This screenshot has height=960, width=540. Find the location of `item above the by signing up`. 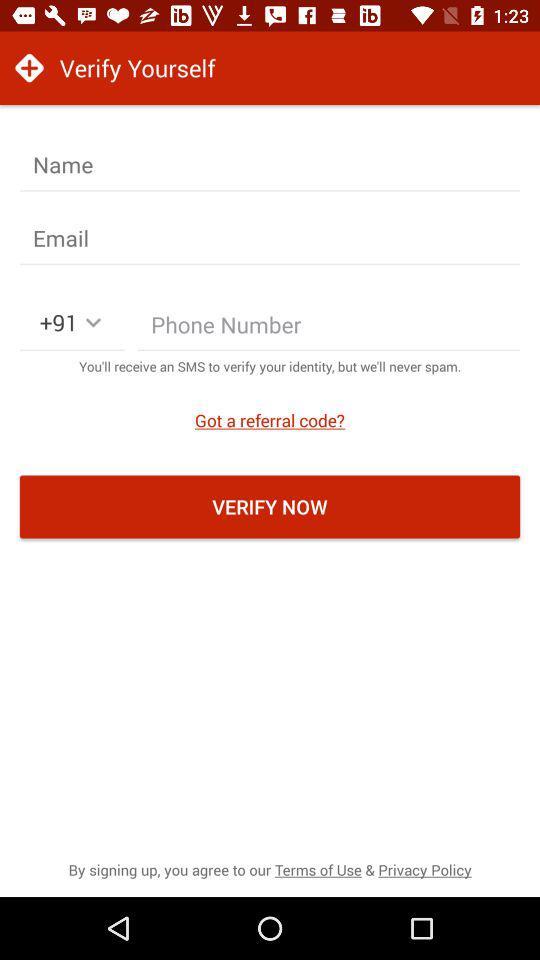

item above the by signing up is located at coordinates (270, 505).